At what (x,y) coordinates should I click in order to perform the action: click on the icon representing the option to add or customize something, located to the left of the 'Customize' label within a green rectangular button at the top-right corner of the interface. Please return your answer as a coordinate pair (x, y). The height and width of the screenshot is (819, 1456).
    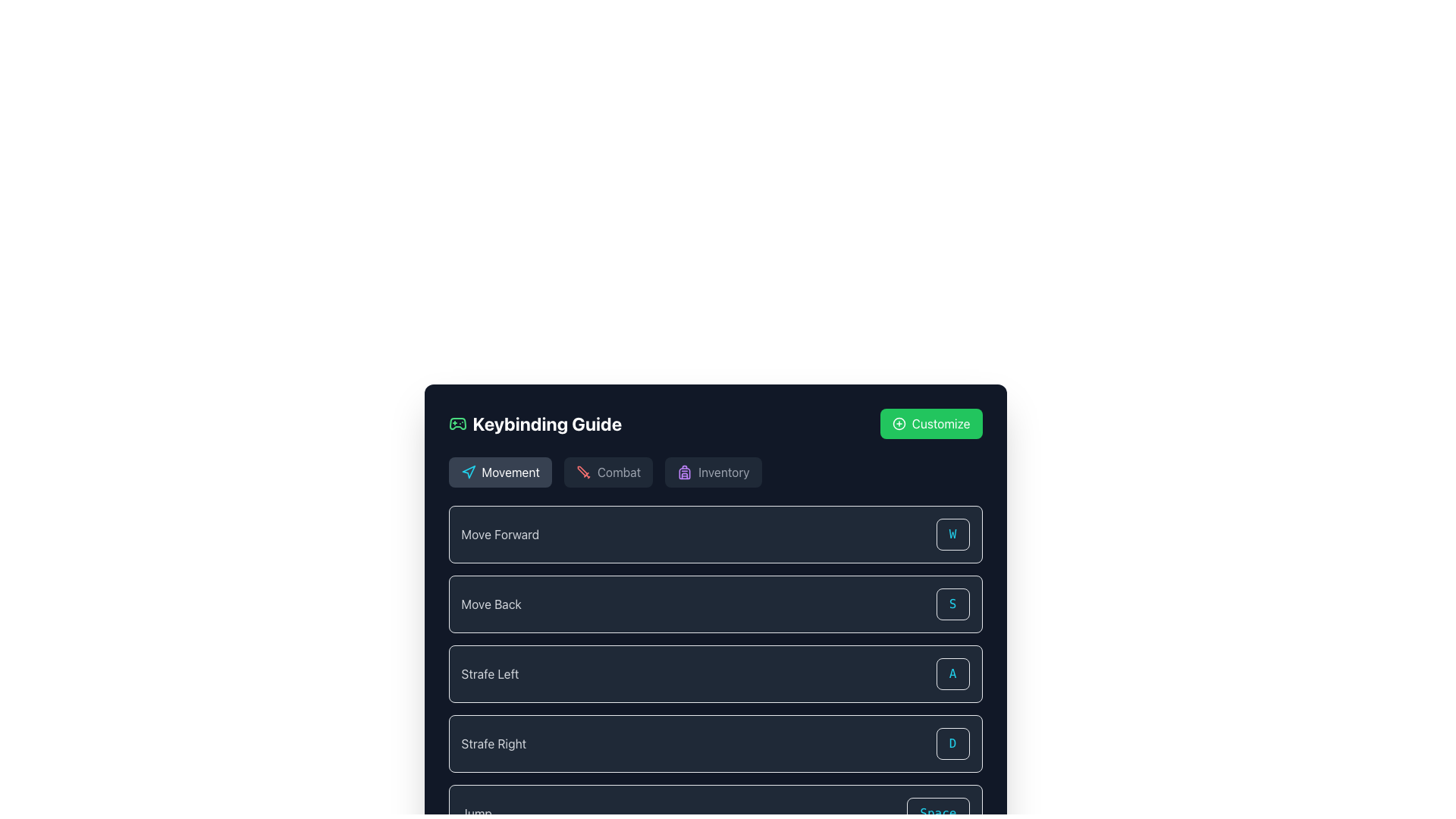
    Looking at the image, I should click on (899, 424).